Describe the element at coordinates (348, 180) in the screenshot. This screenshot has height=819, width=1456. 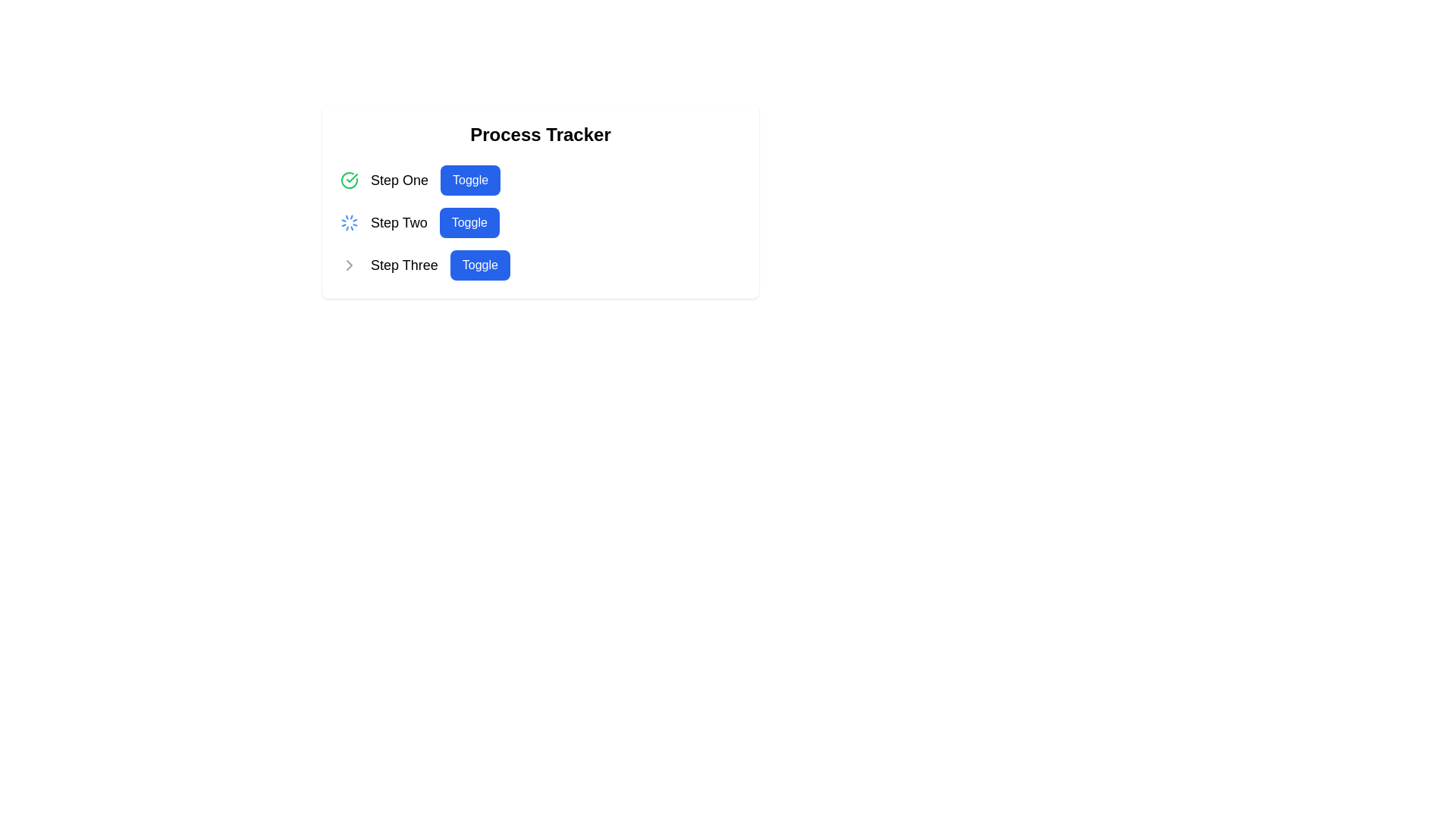
I see `the completion icon located at the leftmost part of the 'Step One' row, adjacent to the step's title` at that location.